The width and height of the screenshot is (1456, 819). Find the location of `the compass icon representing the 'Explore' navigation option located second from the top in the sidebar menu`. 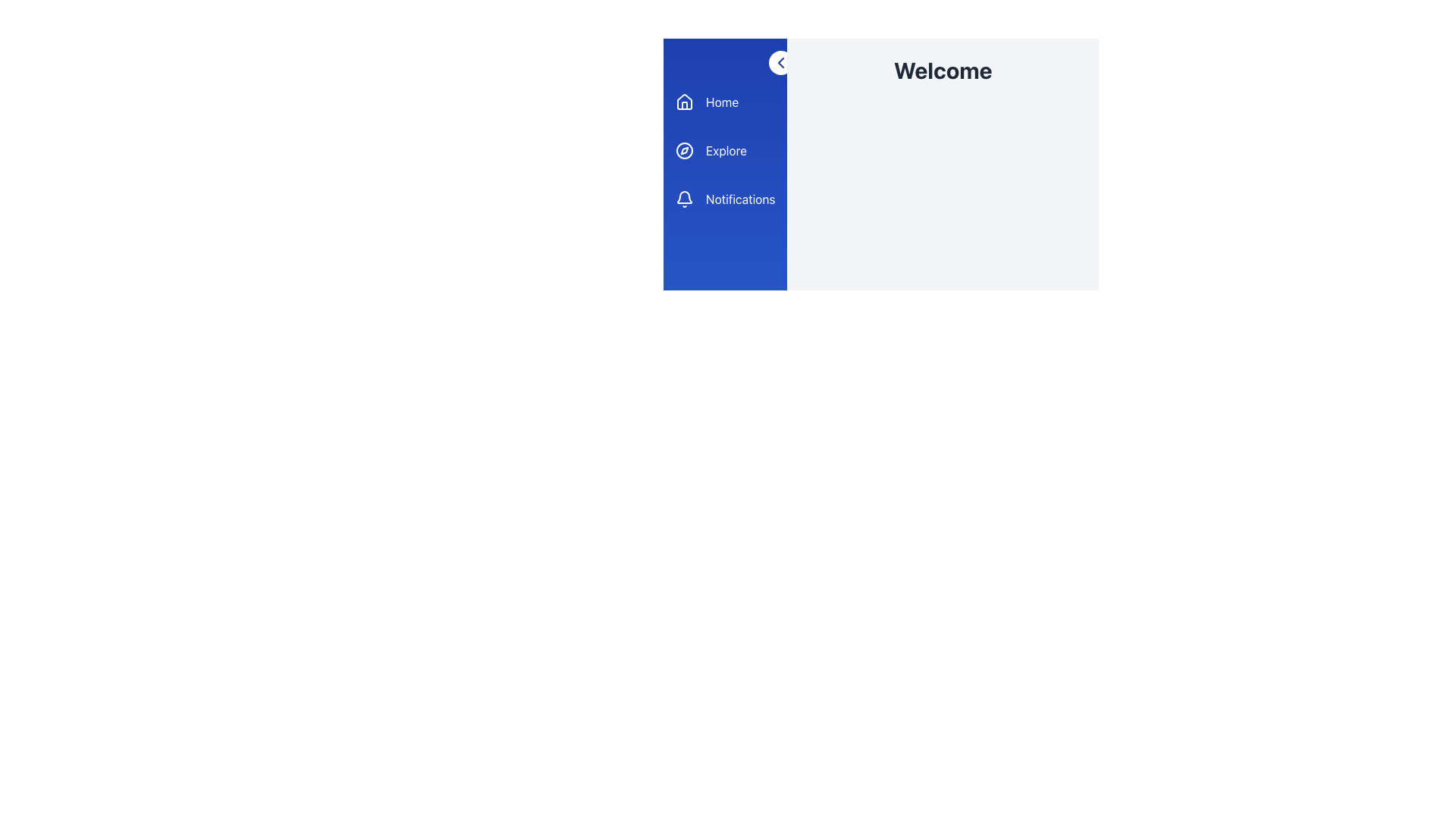

the compass icon representing the 'Explore' navigation option located second from the top in the sidebar menu is located at coordinates (683, 151).